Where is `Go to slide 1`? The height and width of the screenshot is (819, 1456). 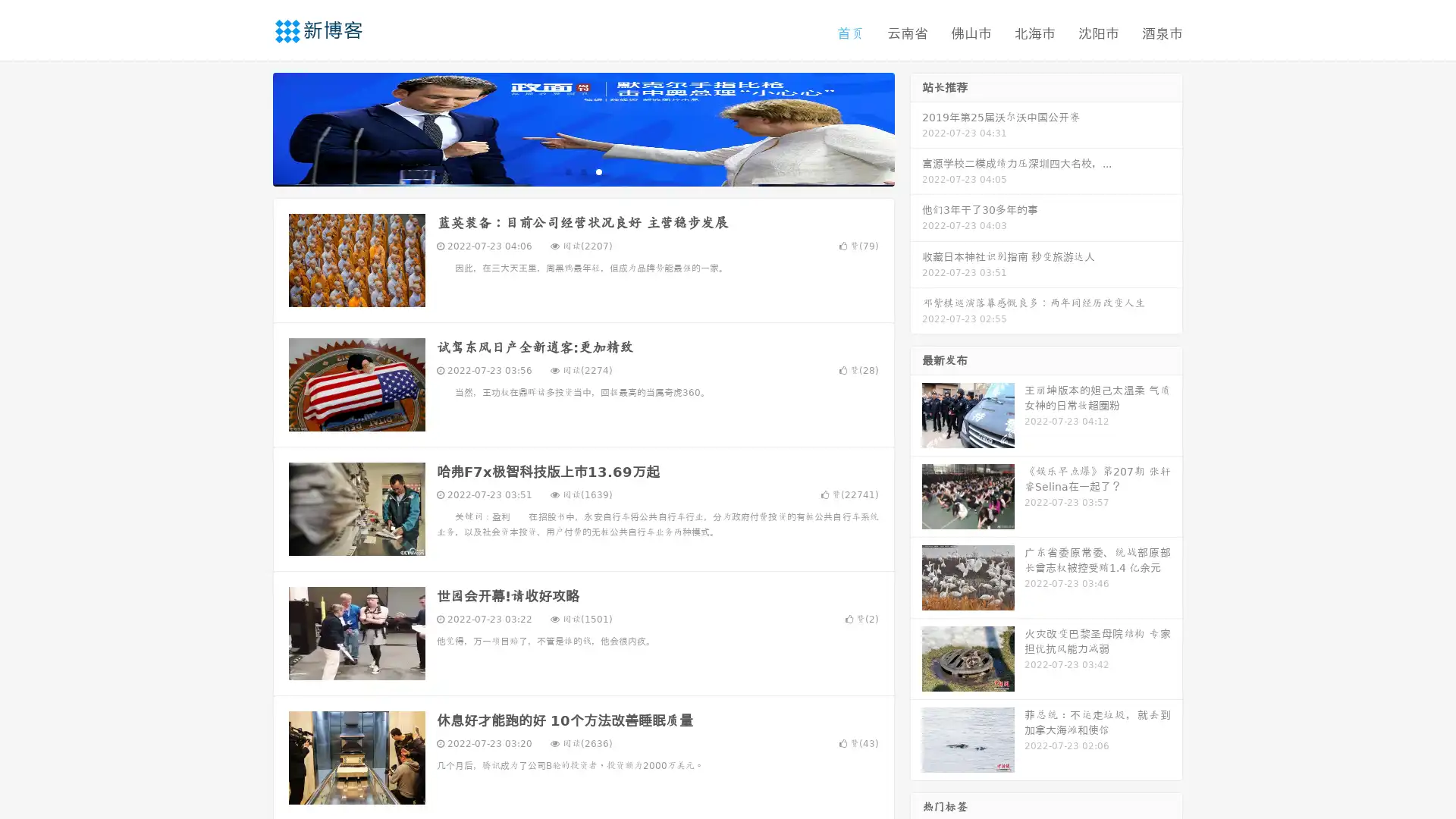 Go to slide 1 is located at coordinates (567, 171).